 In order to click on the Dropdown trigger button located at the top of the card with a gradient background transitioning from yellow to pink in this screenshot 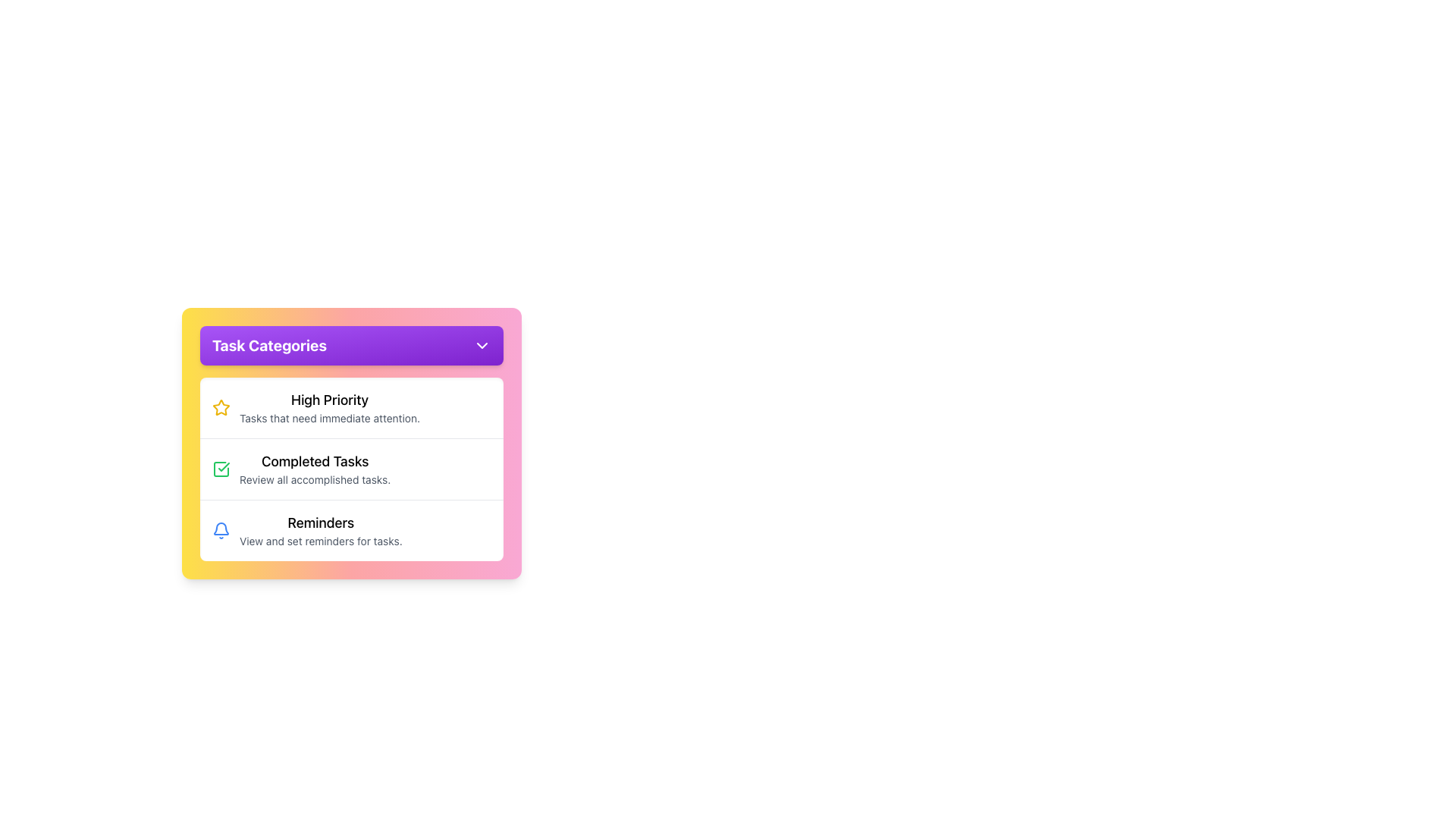, I will do `click(351, 345)`.